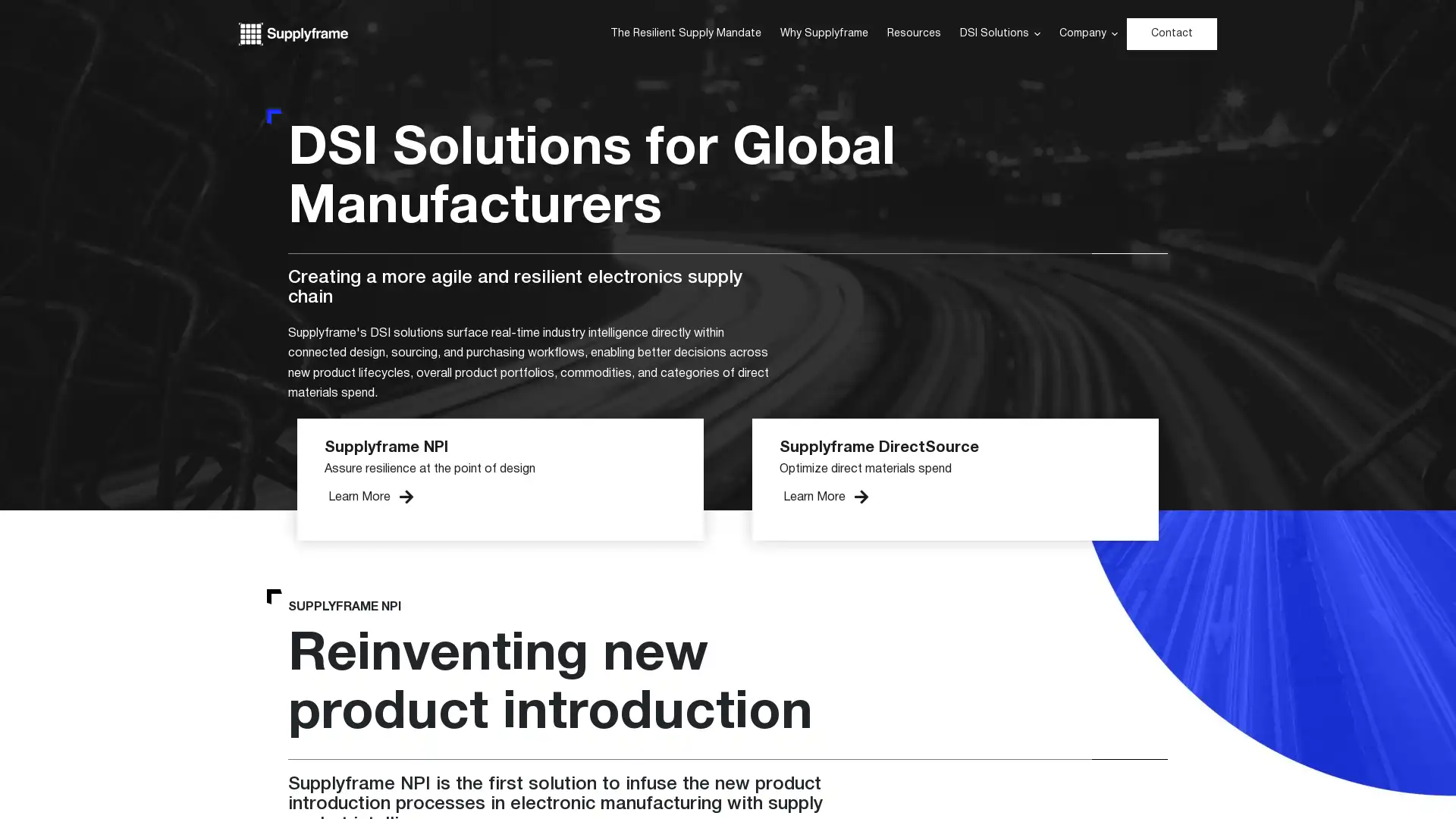 Image resolution: width=1456 pixels, height=819 pixels. What do you see at coordinates (371, 497) in the screenshot?
I see `Learn More` at bounding box center [371, 497].